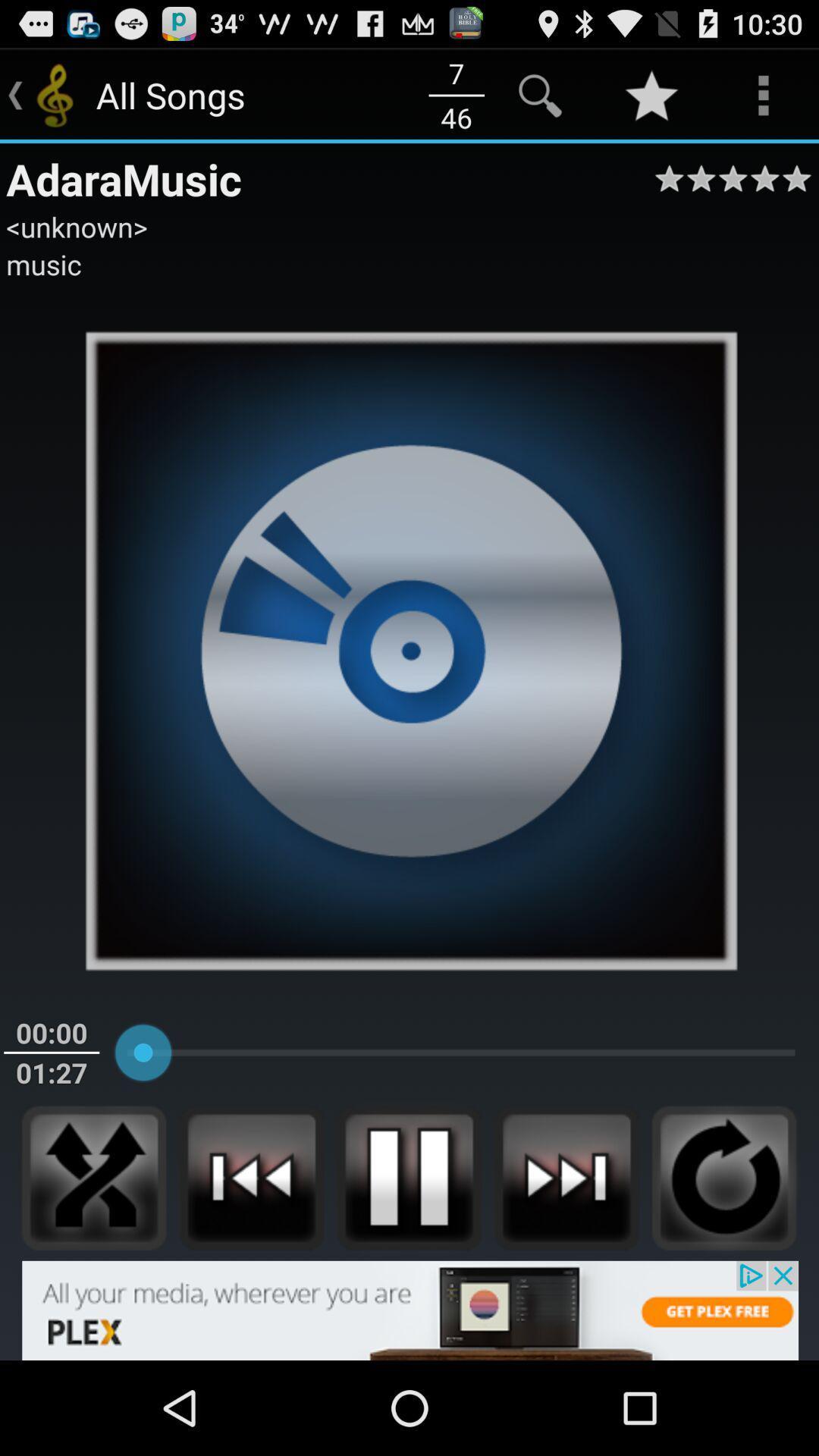 Image resolution: width=819 pixels, height=1456 pixels. I want to click on the skip_next icon, so click(566, 1260).